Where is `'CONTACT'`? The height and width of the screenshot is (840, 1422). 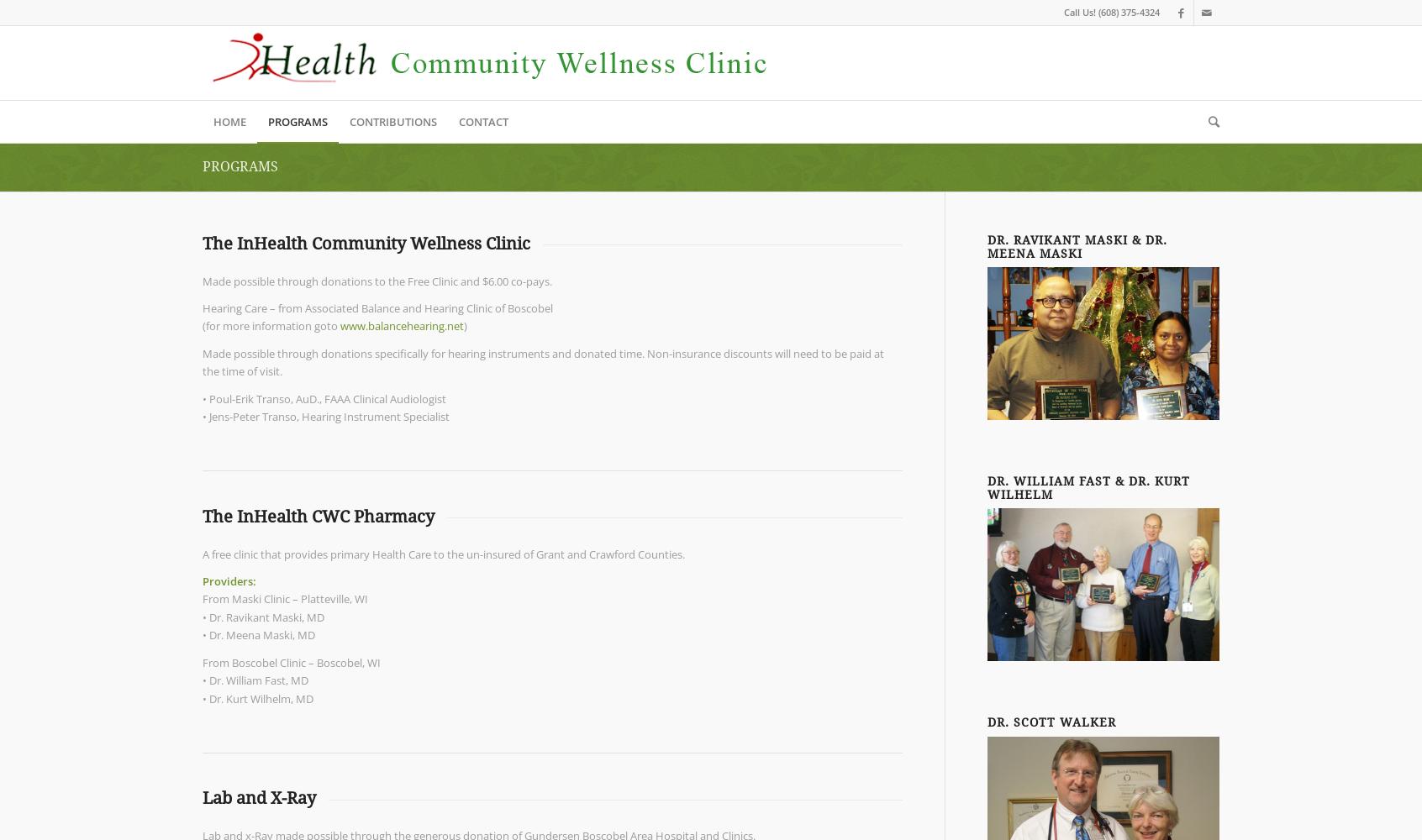
'CONTACT' is located at coordinates (482, 122).